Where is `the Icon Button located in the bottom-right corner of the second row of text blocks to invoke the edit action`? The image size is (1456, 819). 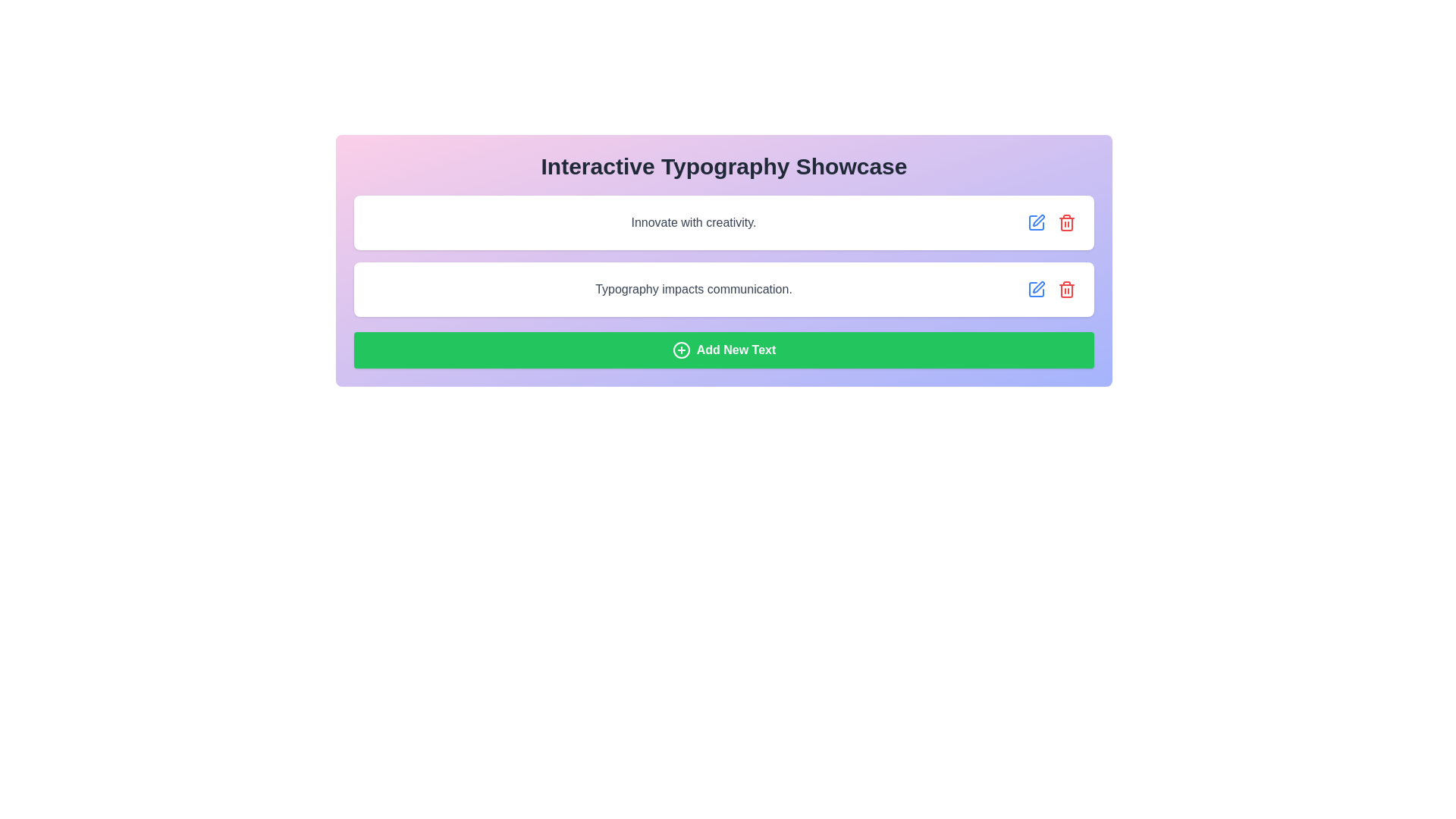
the Icon Button located in the bottom-right corner of the second row of text blocks to invoke the edit action is located at coordinates (1036, 289).